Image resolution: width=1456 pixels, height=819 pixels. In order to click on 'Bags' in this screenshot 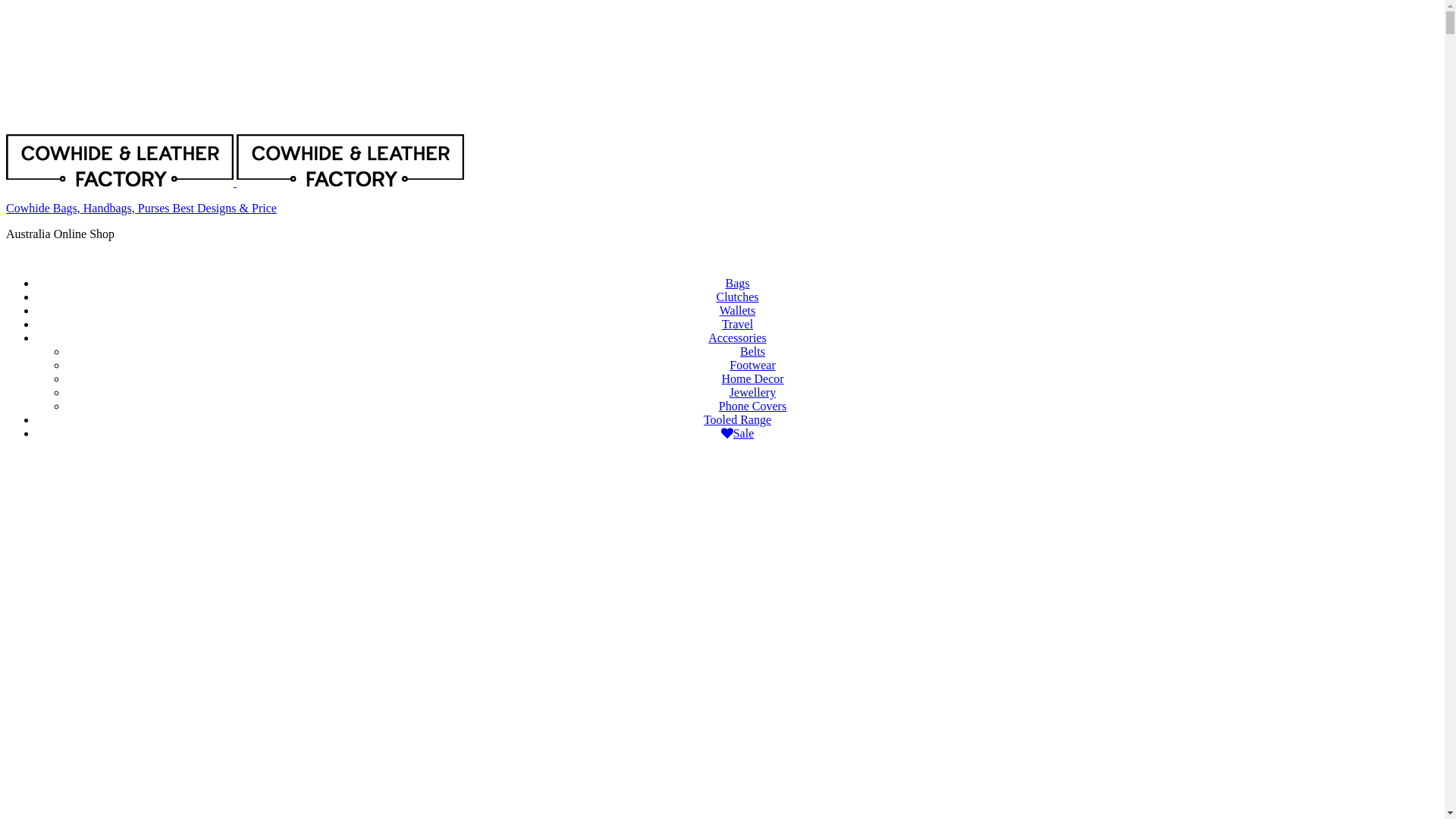, I will do `click(736, 283)`.